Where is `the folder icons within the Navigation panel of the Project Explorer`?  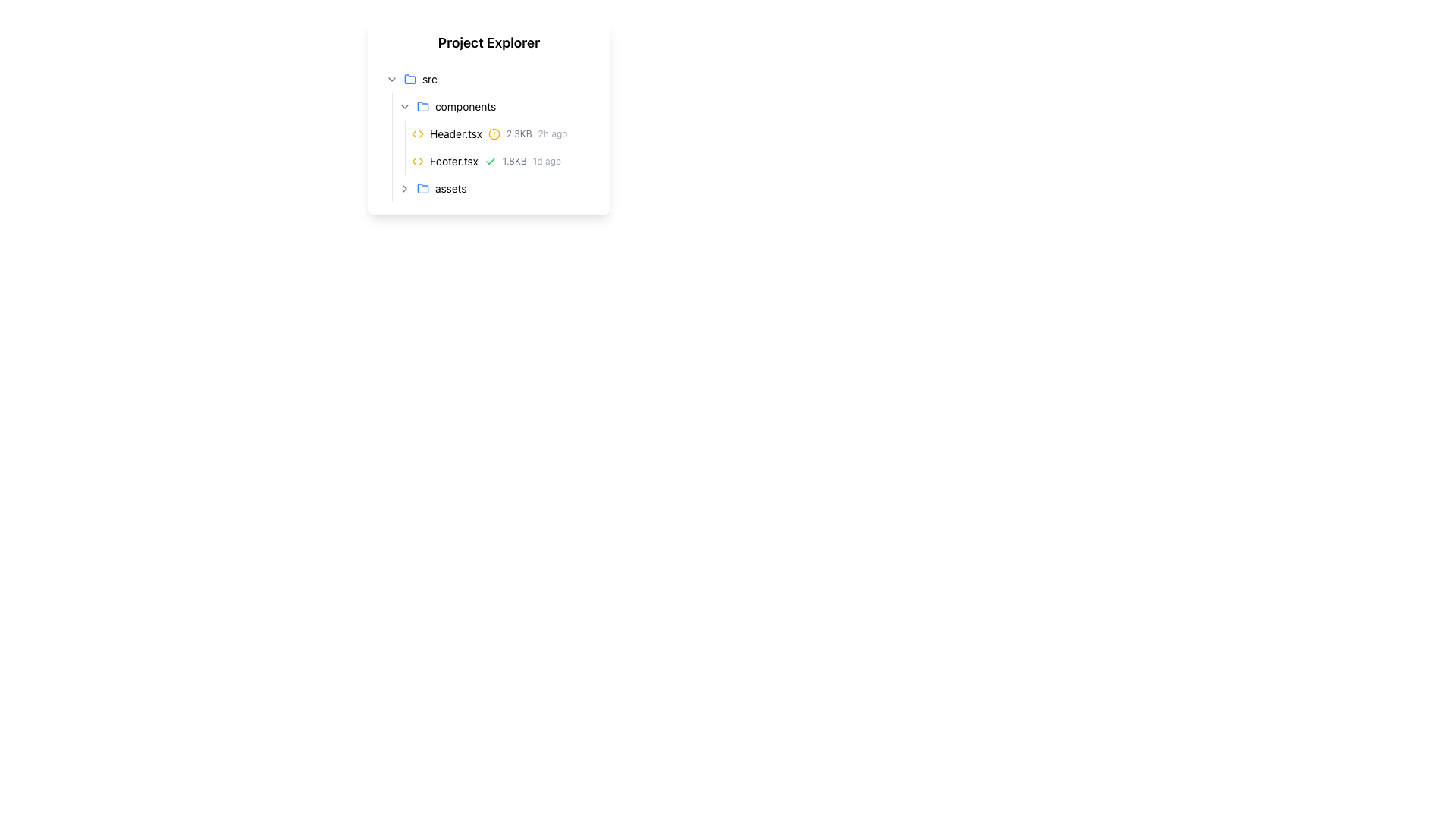
the folder icons within the Navigation panel of the Project Explorer is located at coordinates (488, 116).